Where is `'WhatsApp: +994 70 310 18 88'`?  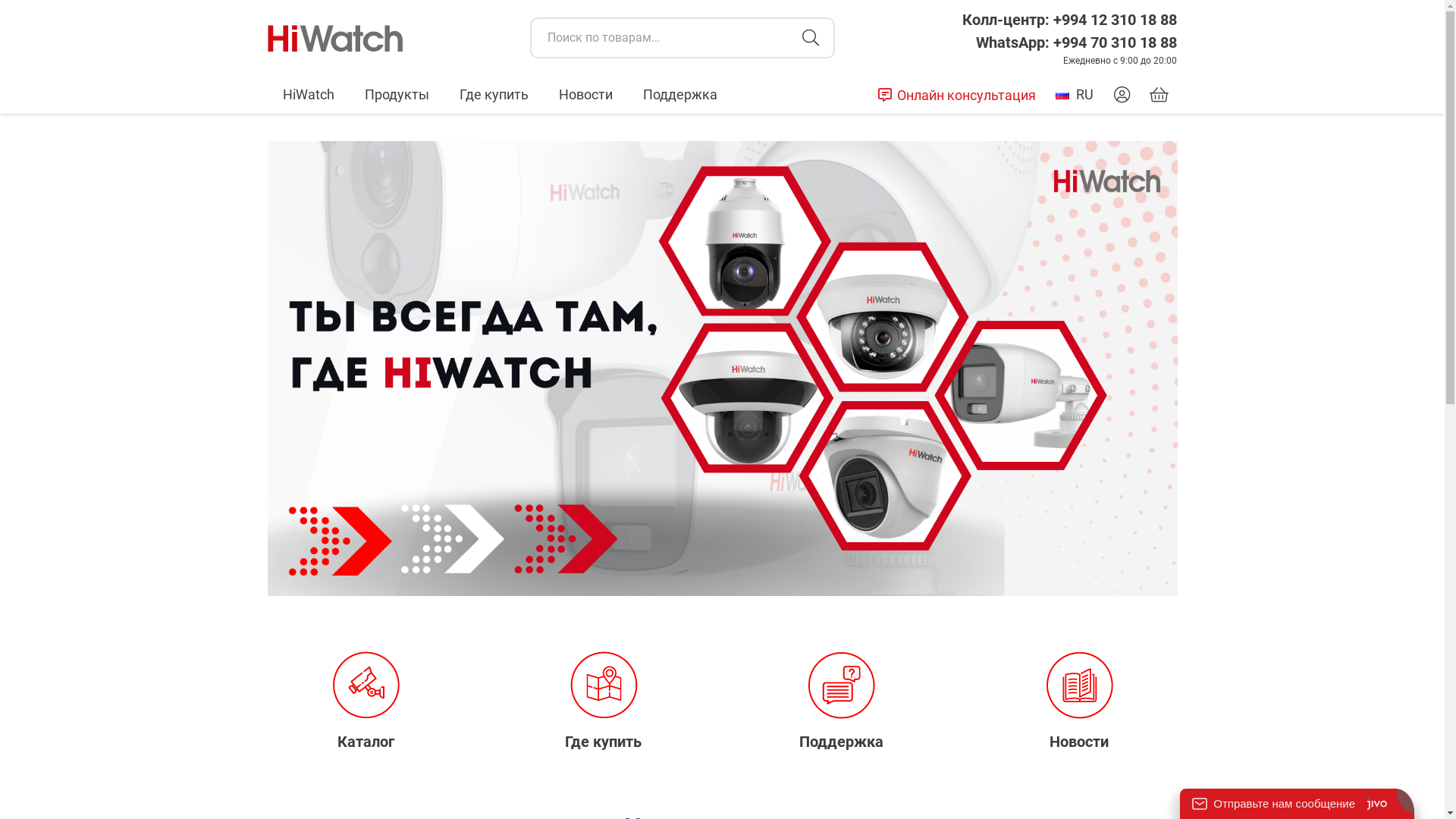
'WhatsApp: +994 70 310 18 88' is located at coordinates (1075, 42).